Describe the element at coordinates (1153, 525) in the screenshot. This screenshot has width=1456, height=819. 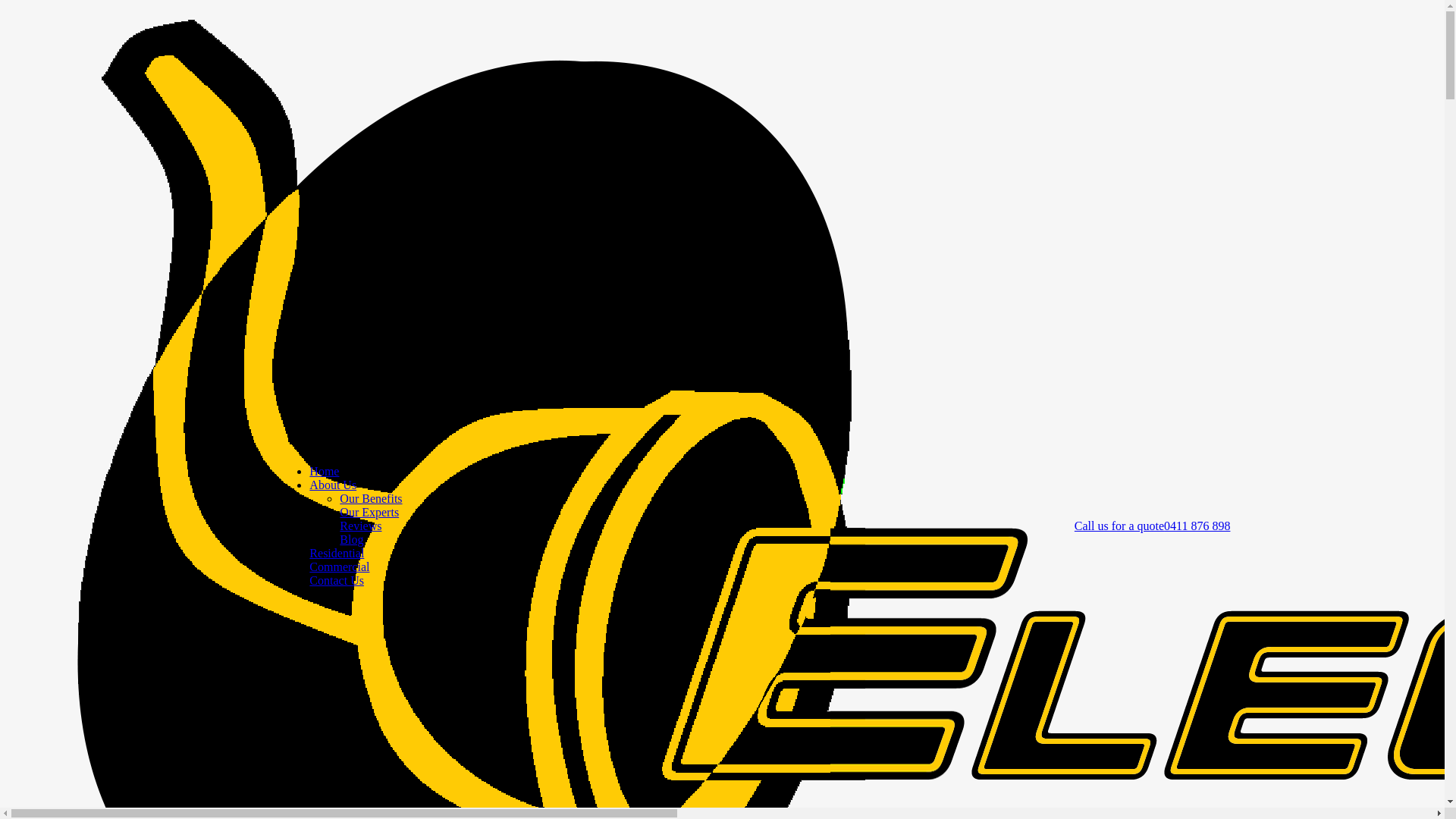
I see `'Call us for a quote0411 876 898'` at that location.